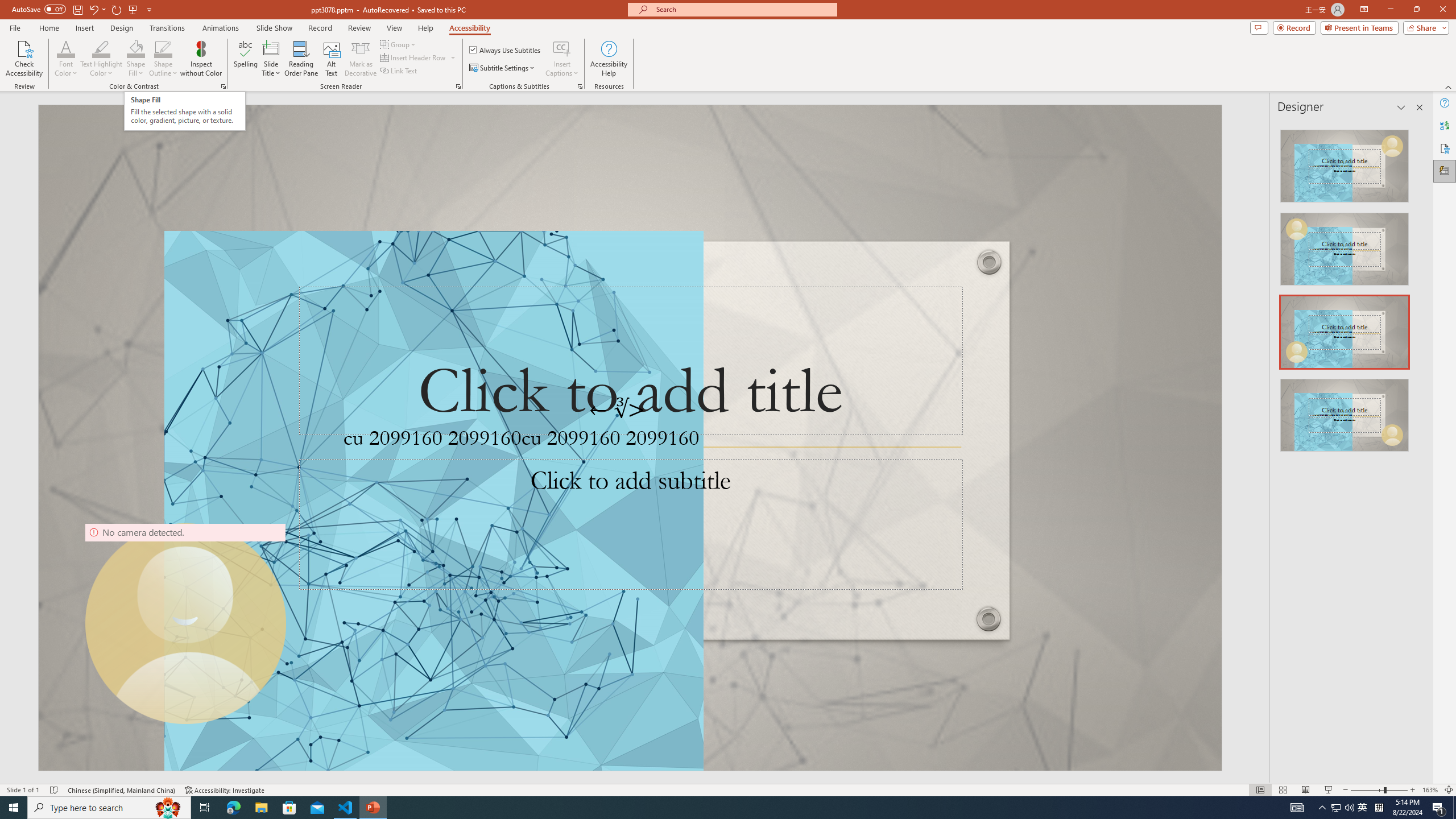  Describe the element at coordinates (561, 59) in the screenshot. I see `'Insert Captions'` at that location.